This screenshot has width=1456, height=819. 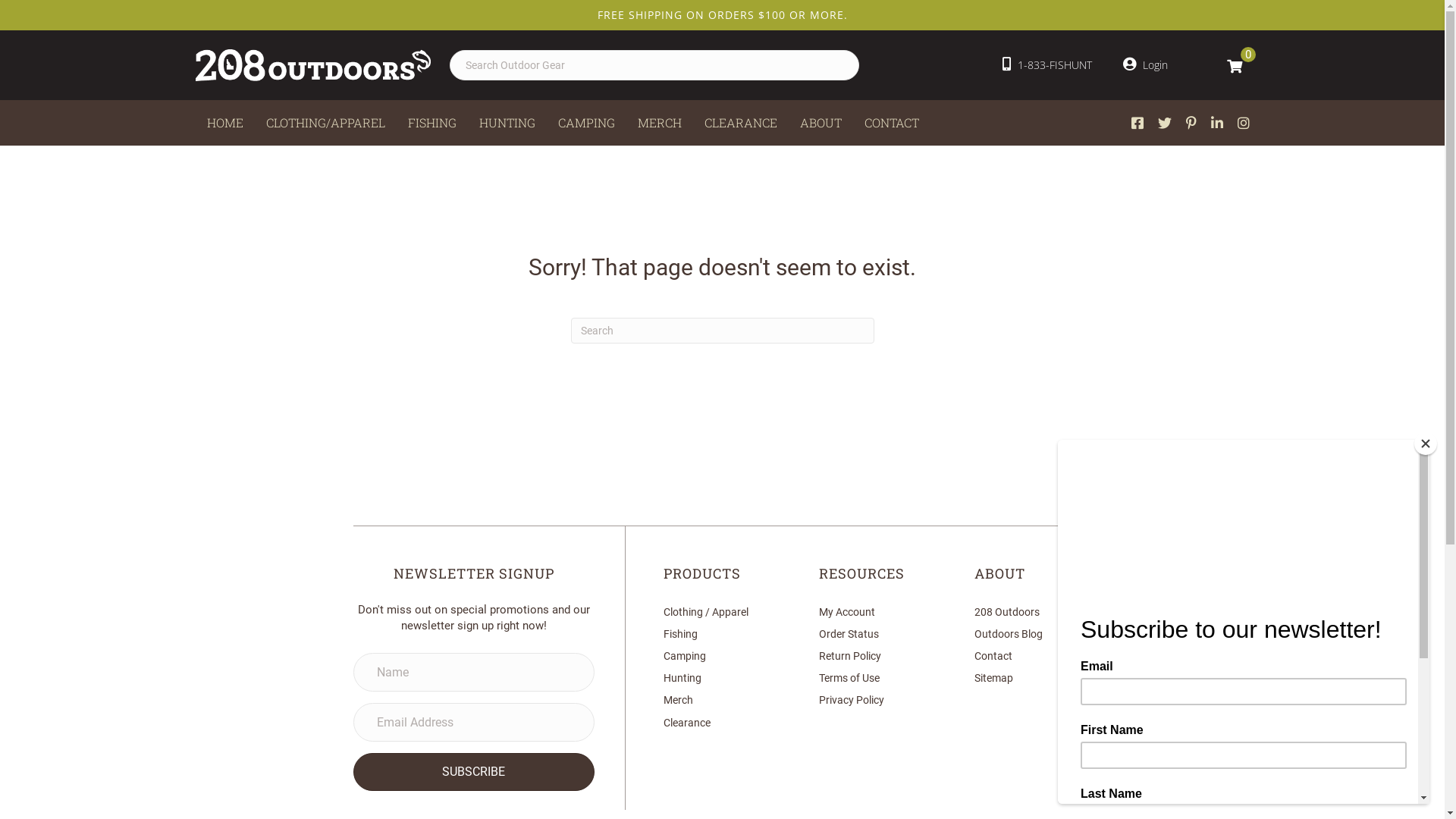 What do you see at coordinates (683, 654) in the screenshot?
I see `'Camping'` at bounding box center [683, 654].